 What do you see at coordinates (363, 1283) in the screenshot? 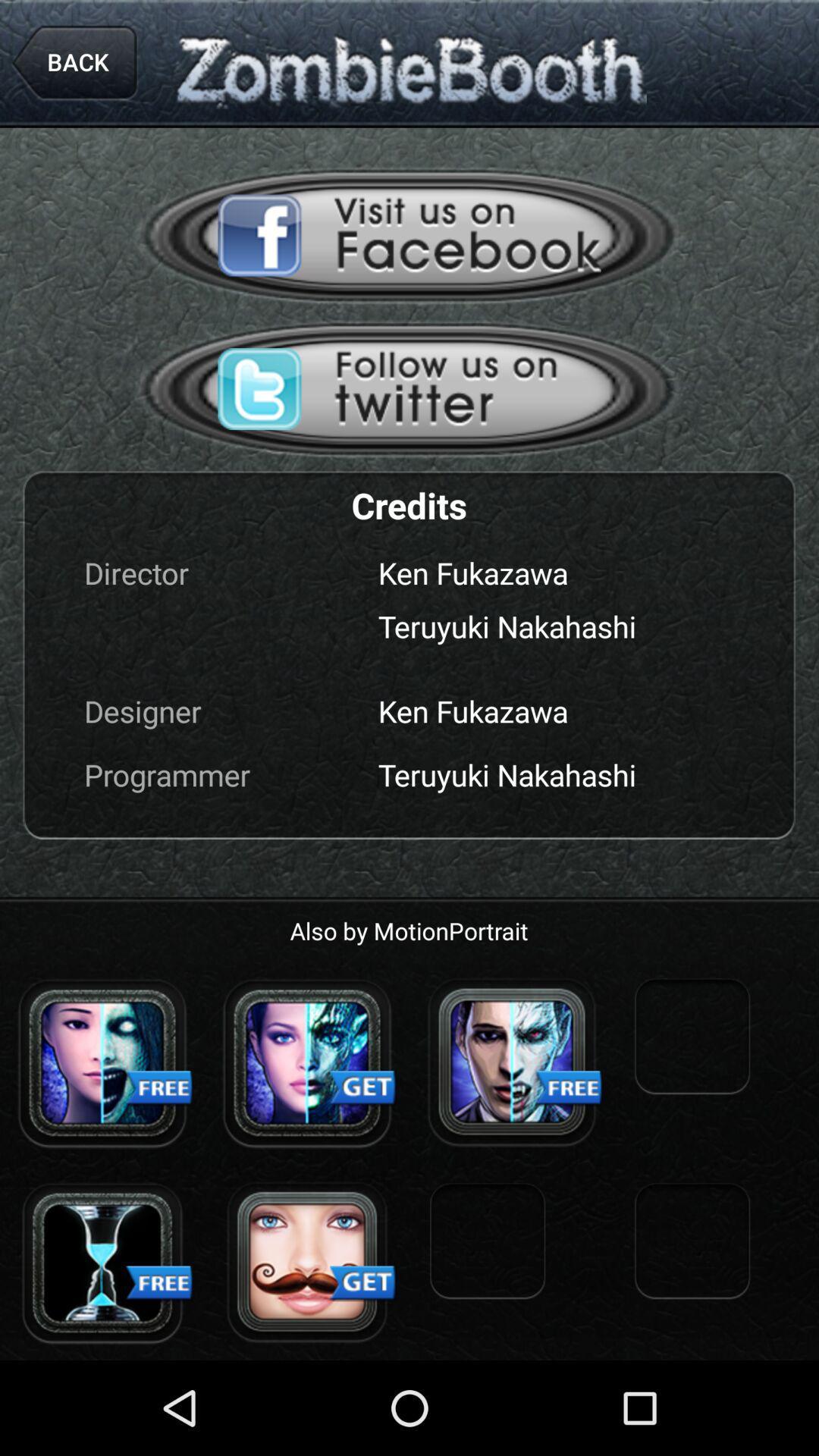
I see `the second text get which is on the bottom of the page` at bounding box center [363, 1283].